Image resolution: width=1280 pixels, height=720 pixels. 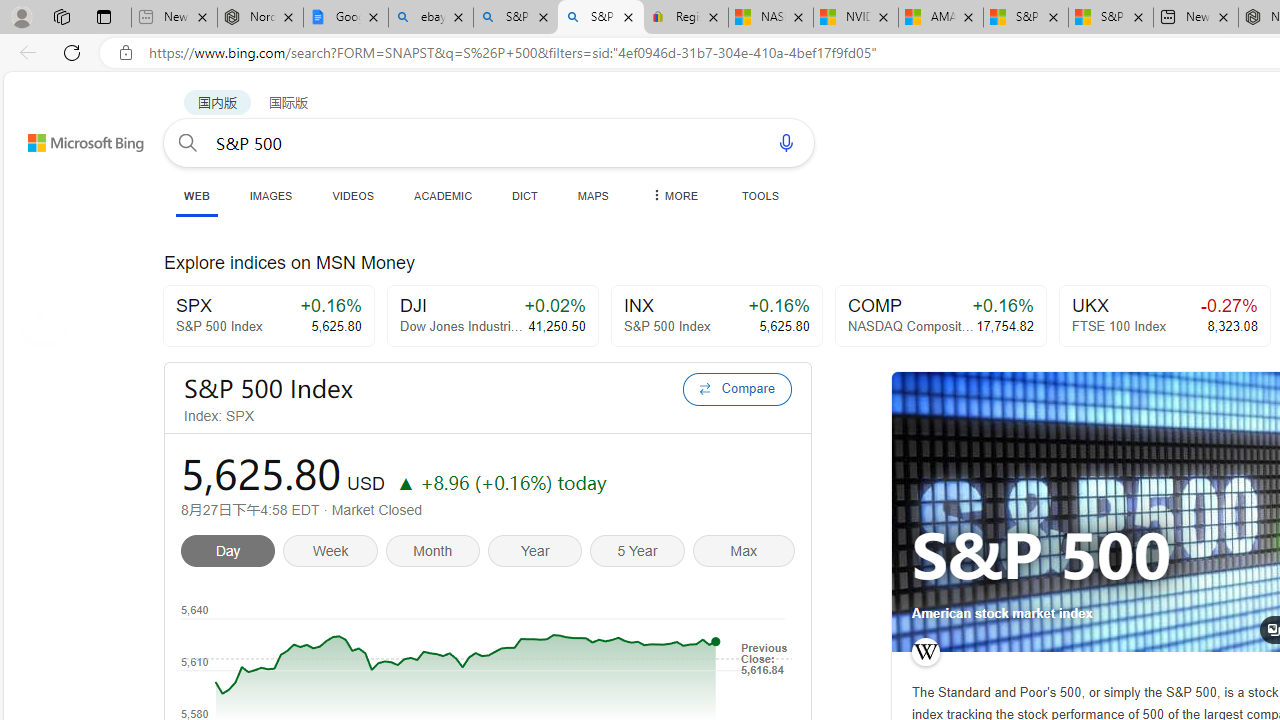 What do you see at coordinates (538, 553) in the screenshot?
I see `'Year'` at bounding box center [538, 553].